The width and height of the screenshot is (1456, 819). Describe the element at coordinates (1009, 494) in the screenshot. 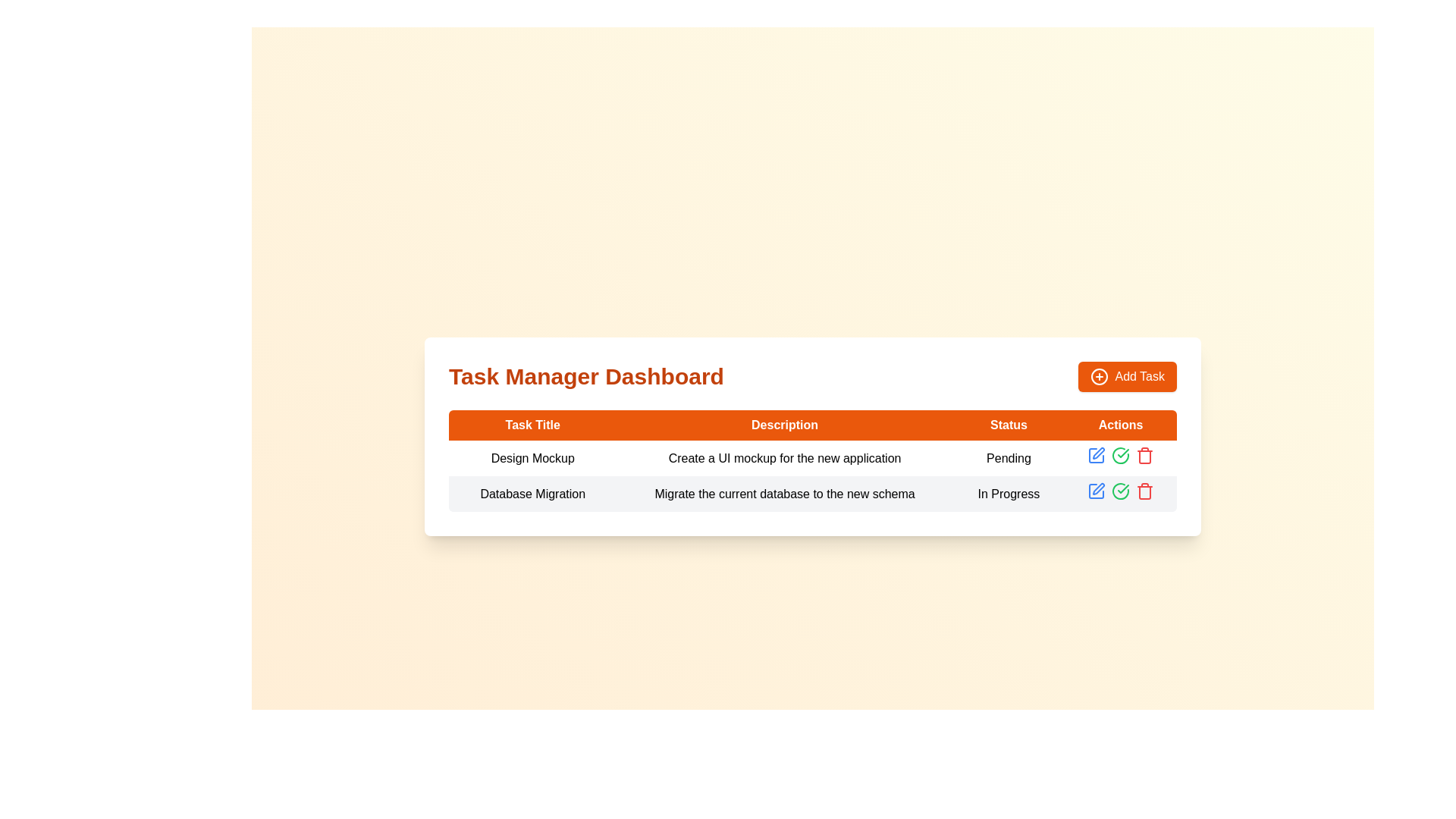

I see `the text label displaying the status 'In Progress' in the 'Status' column of the task table in the Task Manager Dashboard` at that location.